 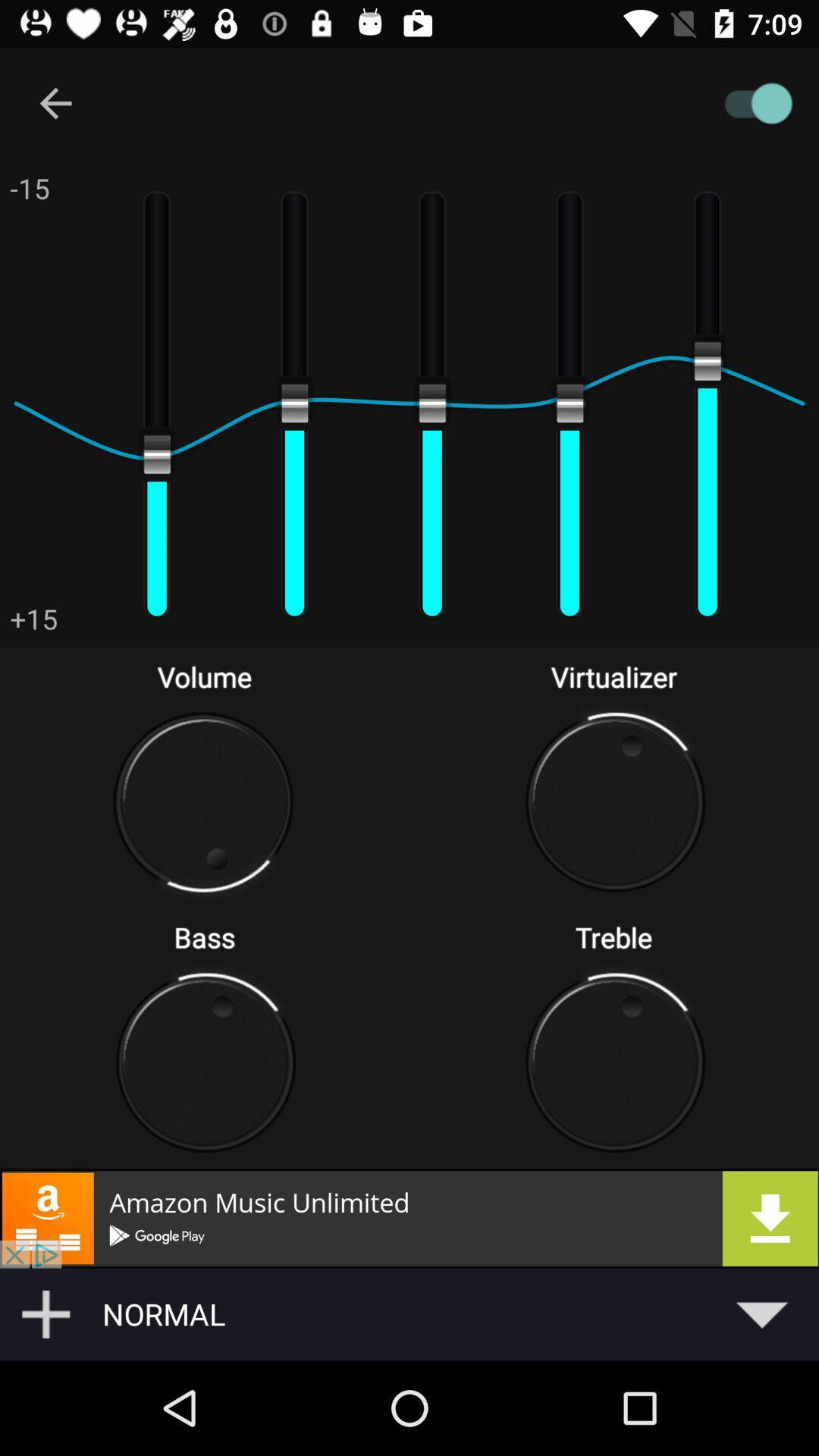 What do you see at coordinates (409, 1218) in the screenshot?
I see `open advertisement` at bounding box center [409, 1218].